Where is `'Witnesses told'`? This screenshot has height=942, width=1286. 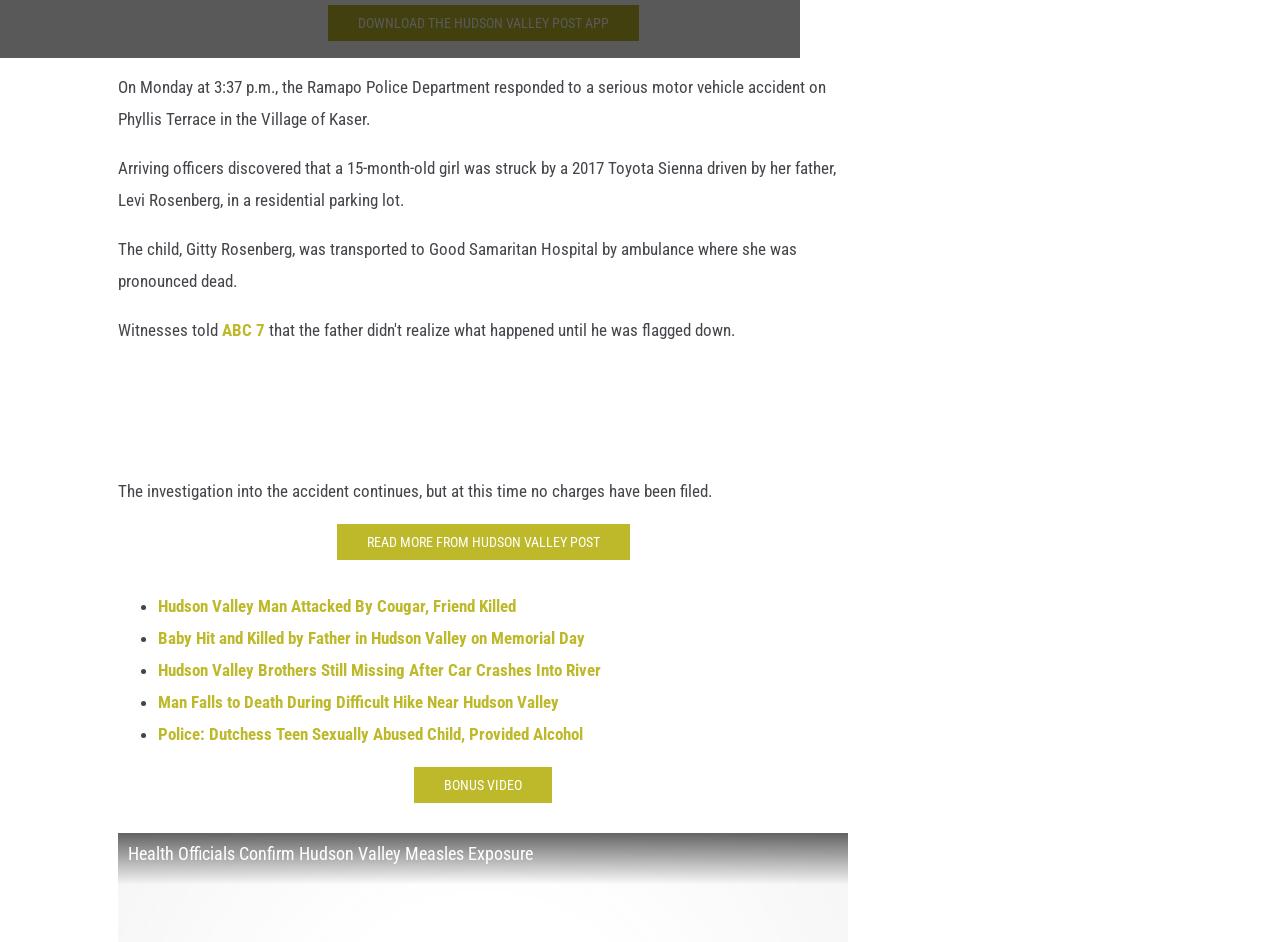 'Witnesses told' is located at coordinates (170, 340).